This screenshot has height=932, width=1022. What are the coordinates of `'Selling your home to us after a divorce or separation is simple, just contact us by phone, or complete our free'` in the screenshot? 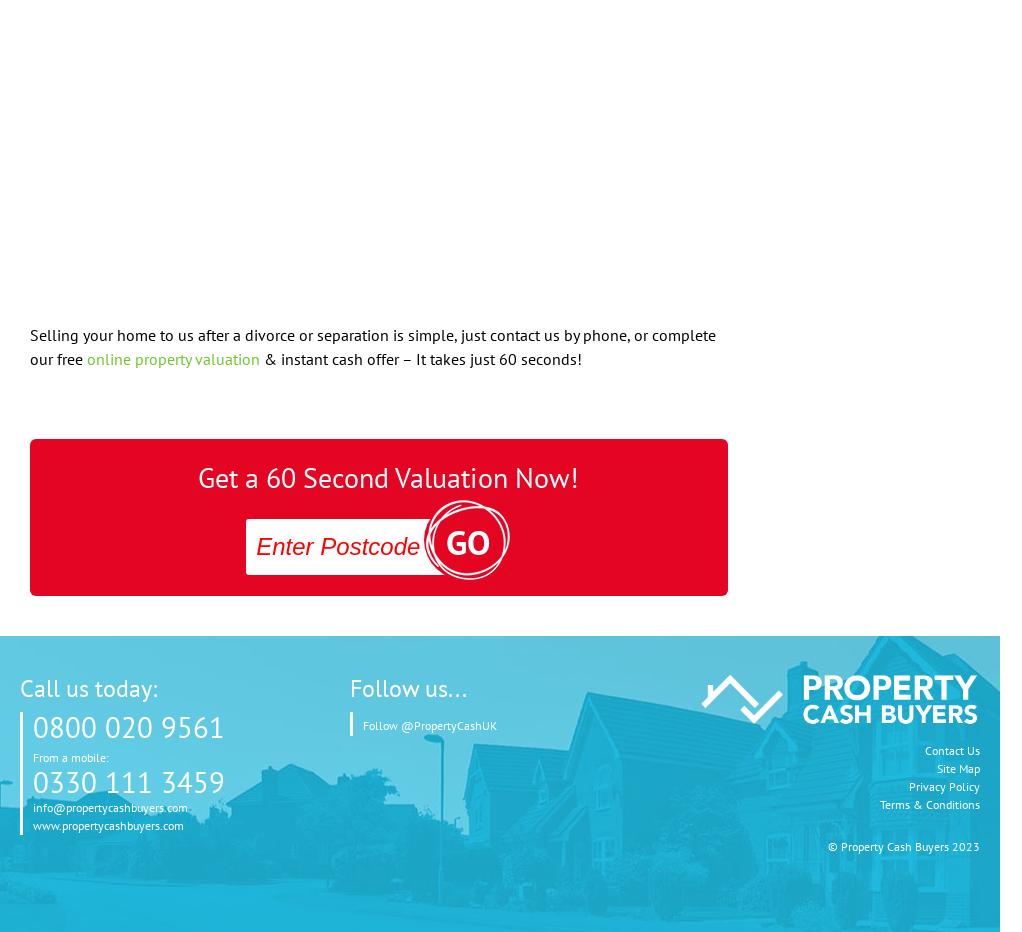 It's located at (372, 346).